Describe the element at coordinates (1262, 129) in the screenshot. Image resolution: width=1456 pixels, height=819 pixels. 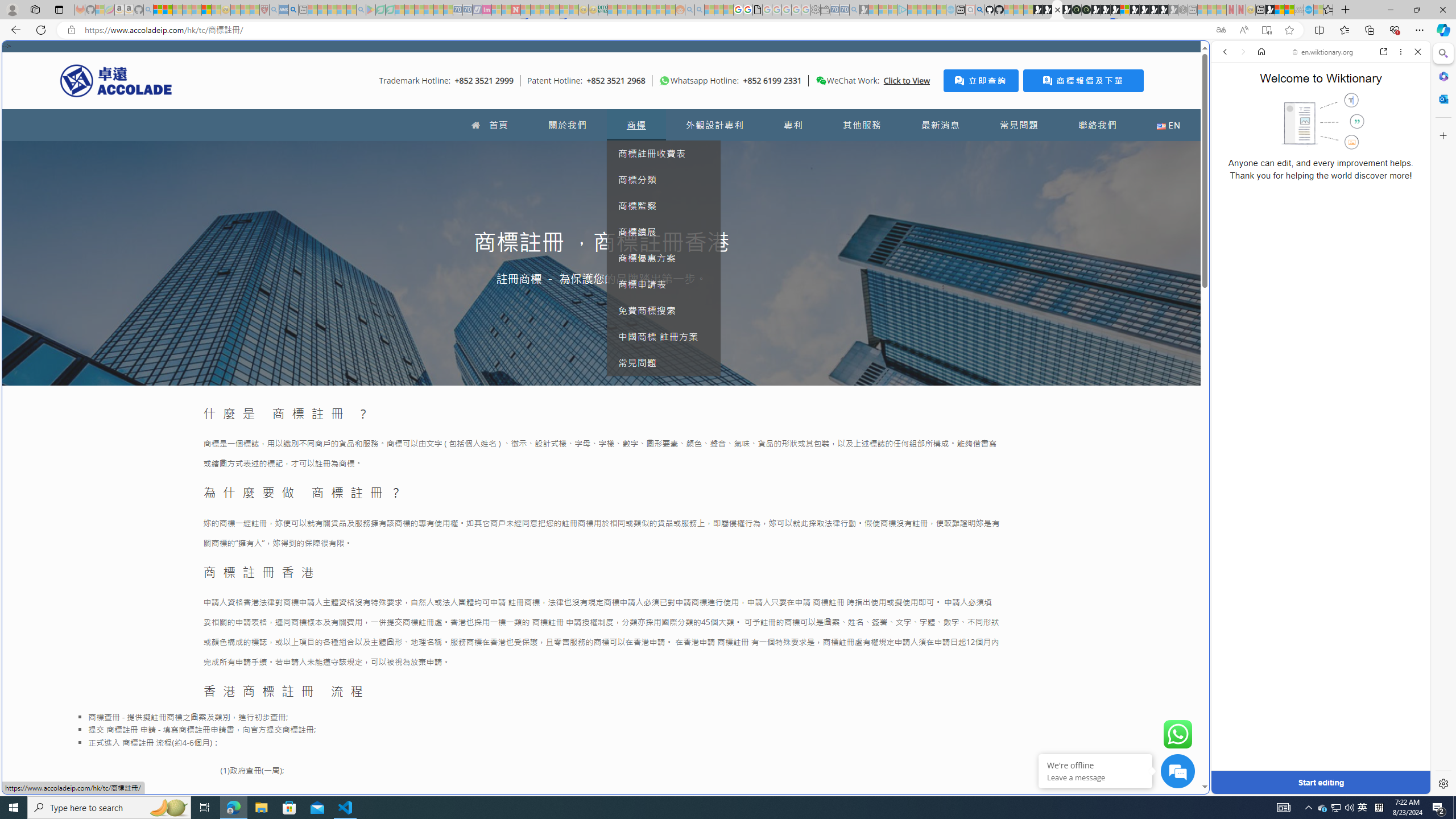
I see `'Search Filter, IMAGES'` at that location.